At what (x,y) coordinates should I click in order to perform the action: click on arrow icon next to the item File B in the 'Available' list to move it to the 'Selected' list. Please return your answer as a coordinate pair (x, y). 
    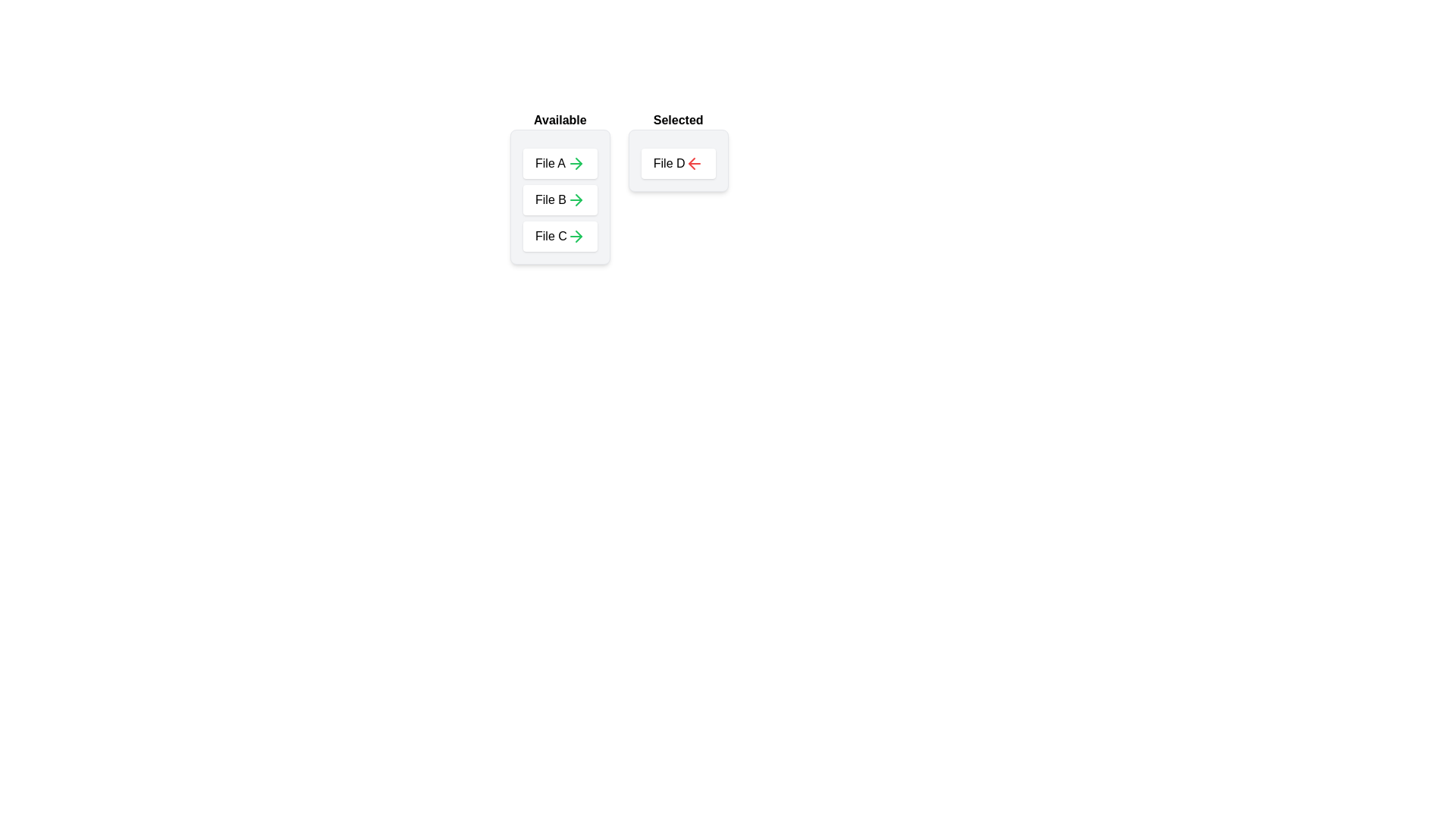
    Looking at the image, I should click on (575, 199).